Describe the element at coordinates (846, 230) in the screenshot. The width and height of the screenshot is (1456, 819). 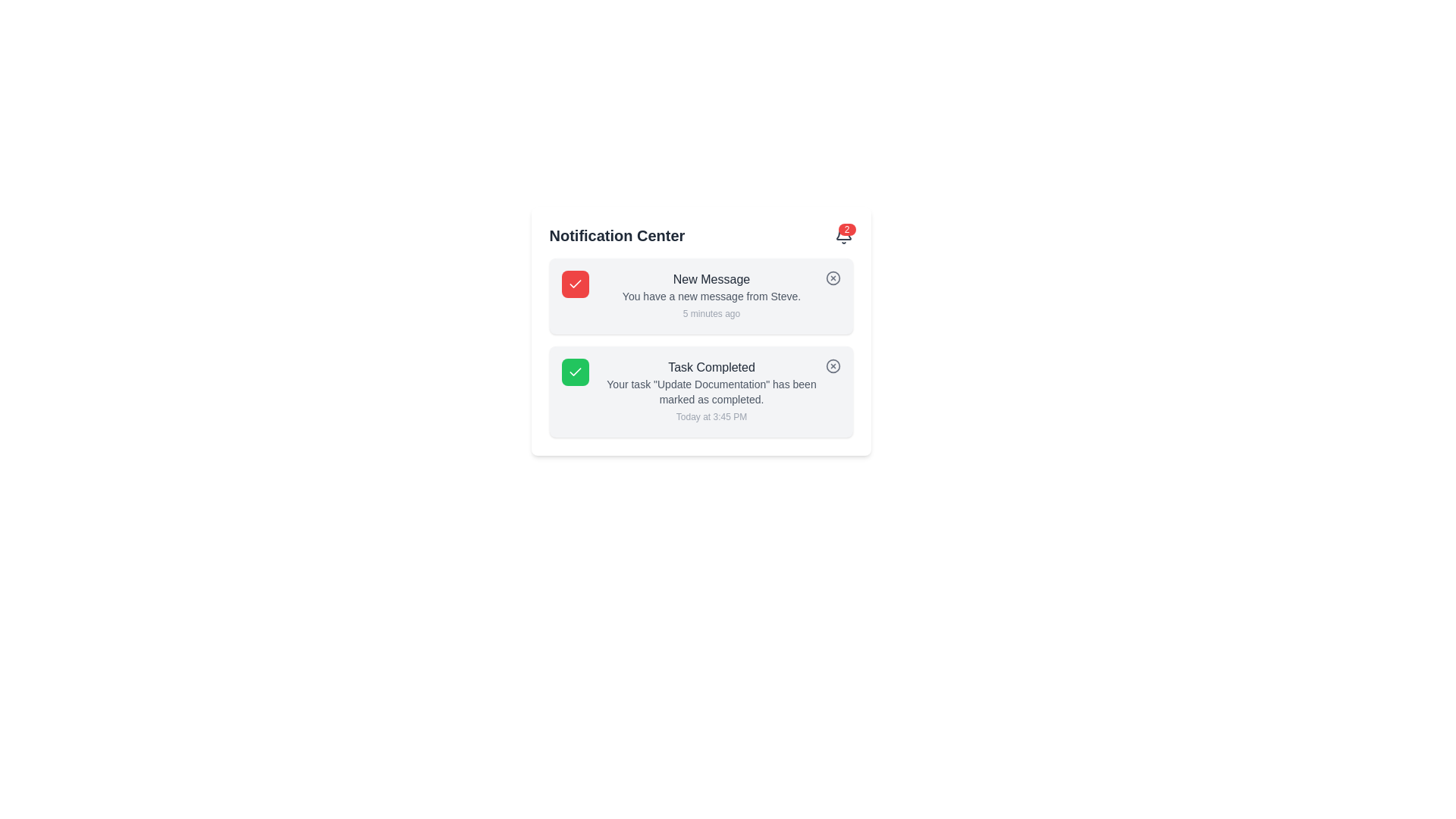
I see `the Notification badge that displays the count of unread notifications, located at the top-right corner of the notification bell icon` at that location.